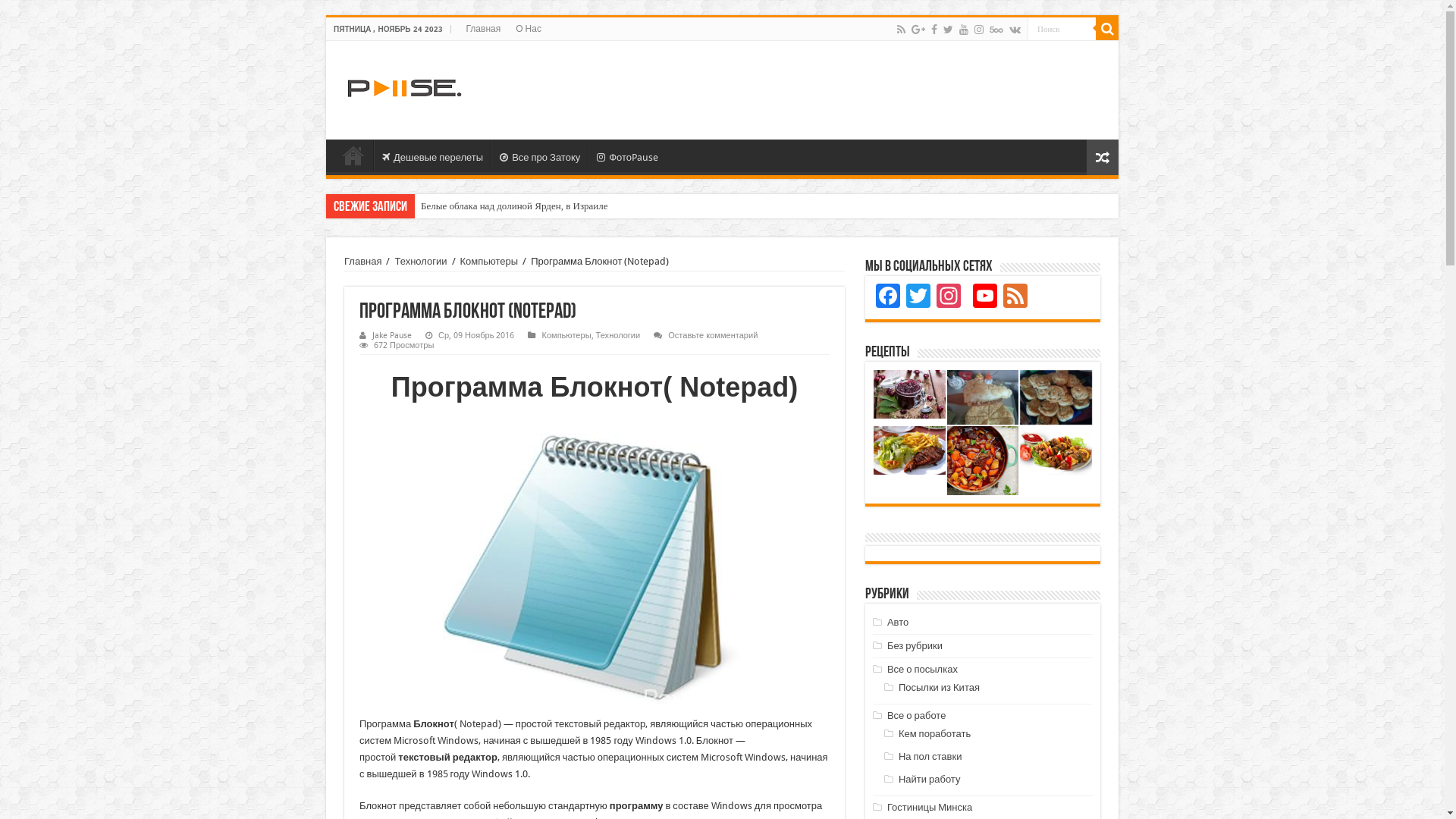  I want to click on 'Advertisement', so click(554, 90).